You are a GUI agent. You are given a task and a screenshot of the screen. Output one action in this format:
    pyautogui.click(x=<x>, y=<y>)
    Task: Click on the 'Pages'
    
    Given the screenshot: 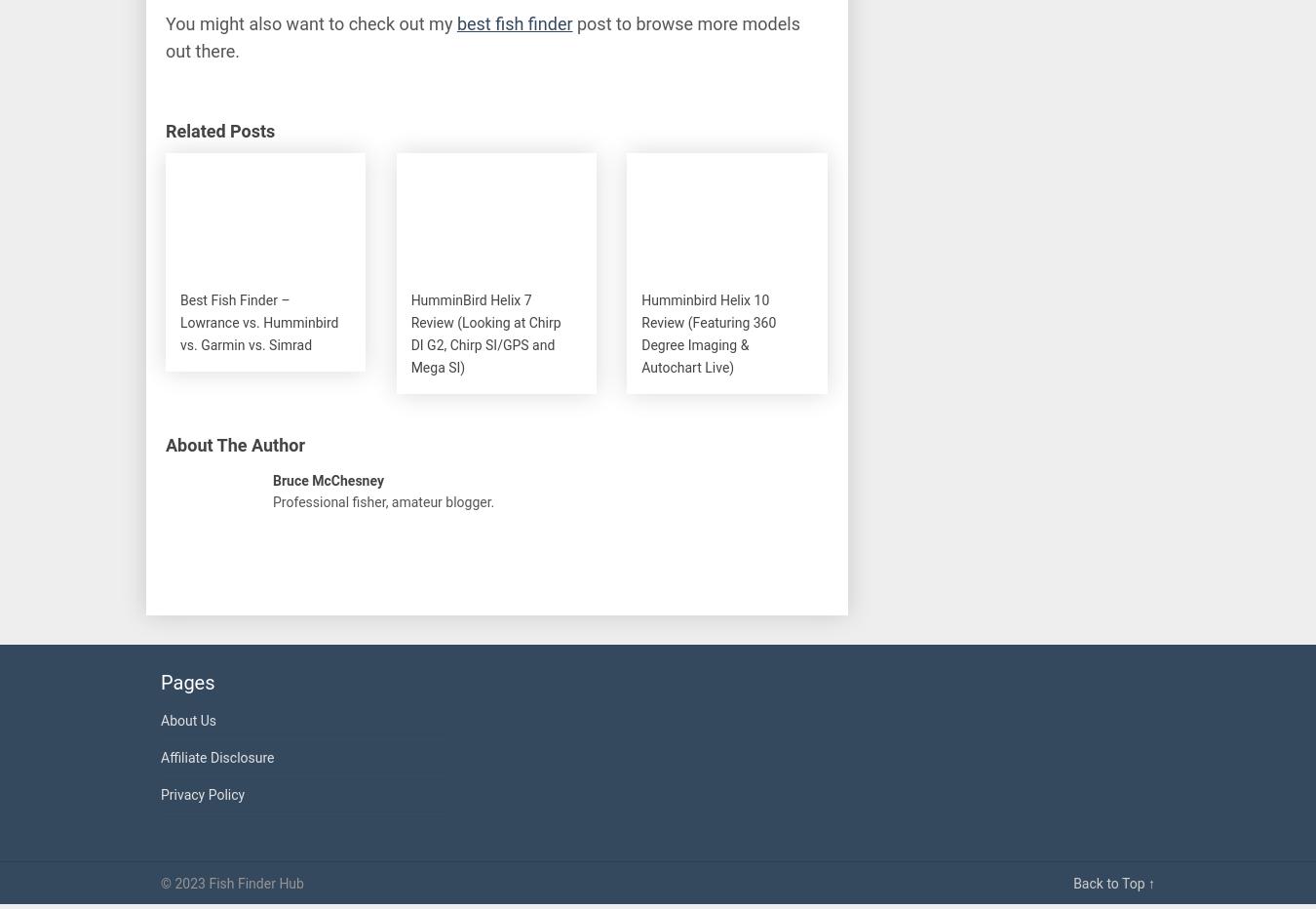 What is the action you would take?
    pyautogui.click(x=187, y=682)
    